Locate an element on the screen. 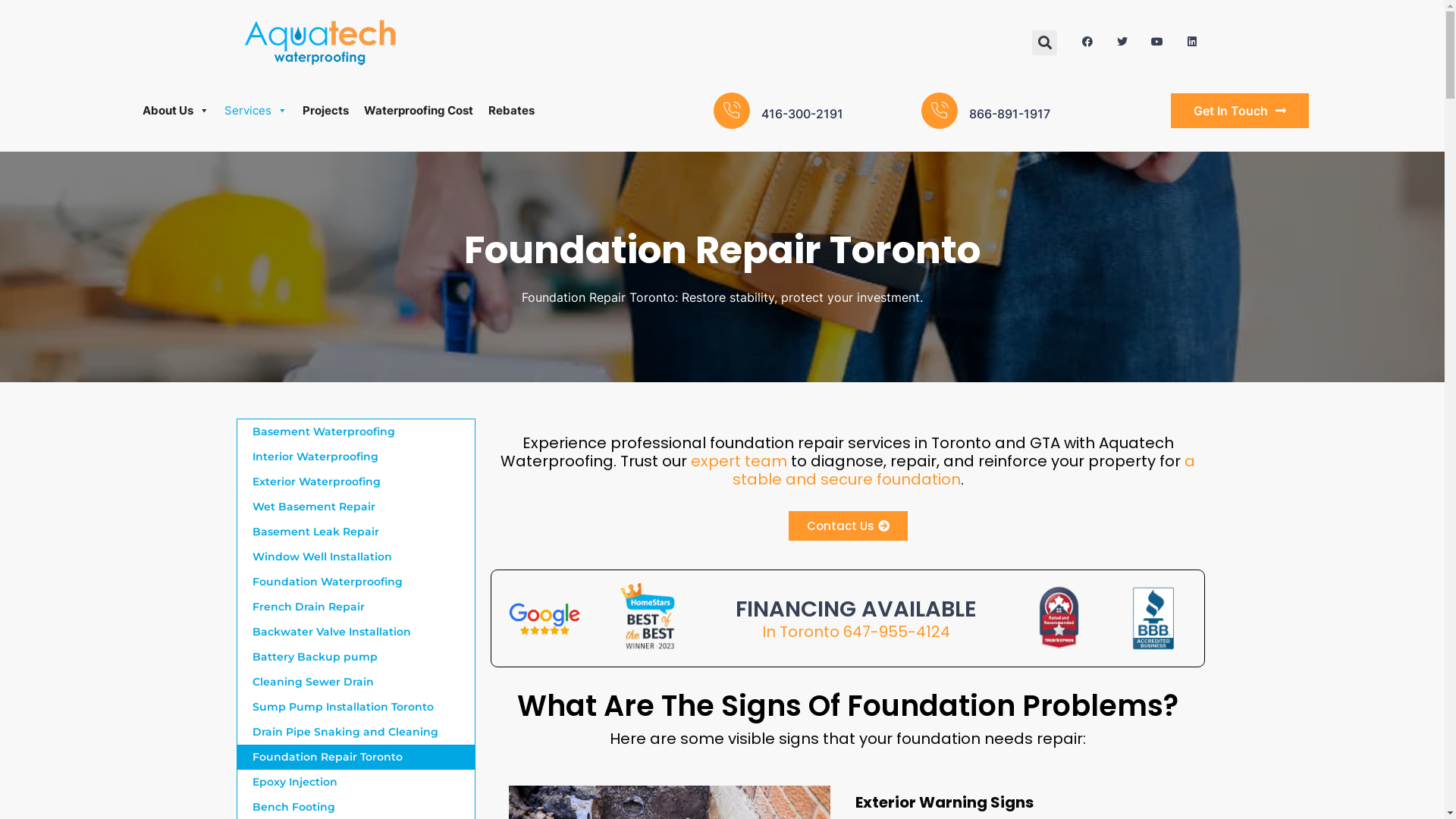 The height and width of the screenshot is (819, 1456). 'Drain Pipe Snaking and Cleaning' is located at coordinates (355, 731).